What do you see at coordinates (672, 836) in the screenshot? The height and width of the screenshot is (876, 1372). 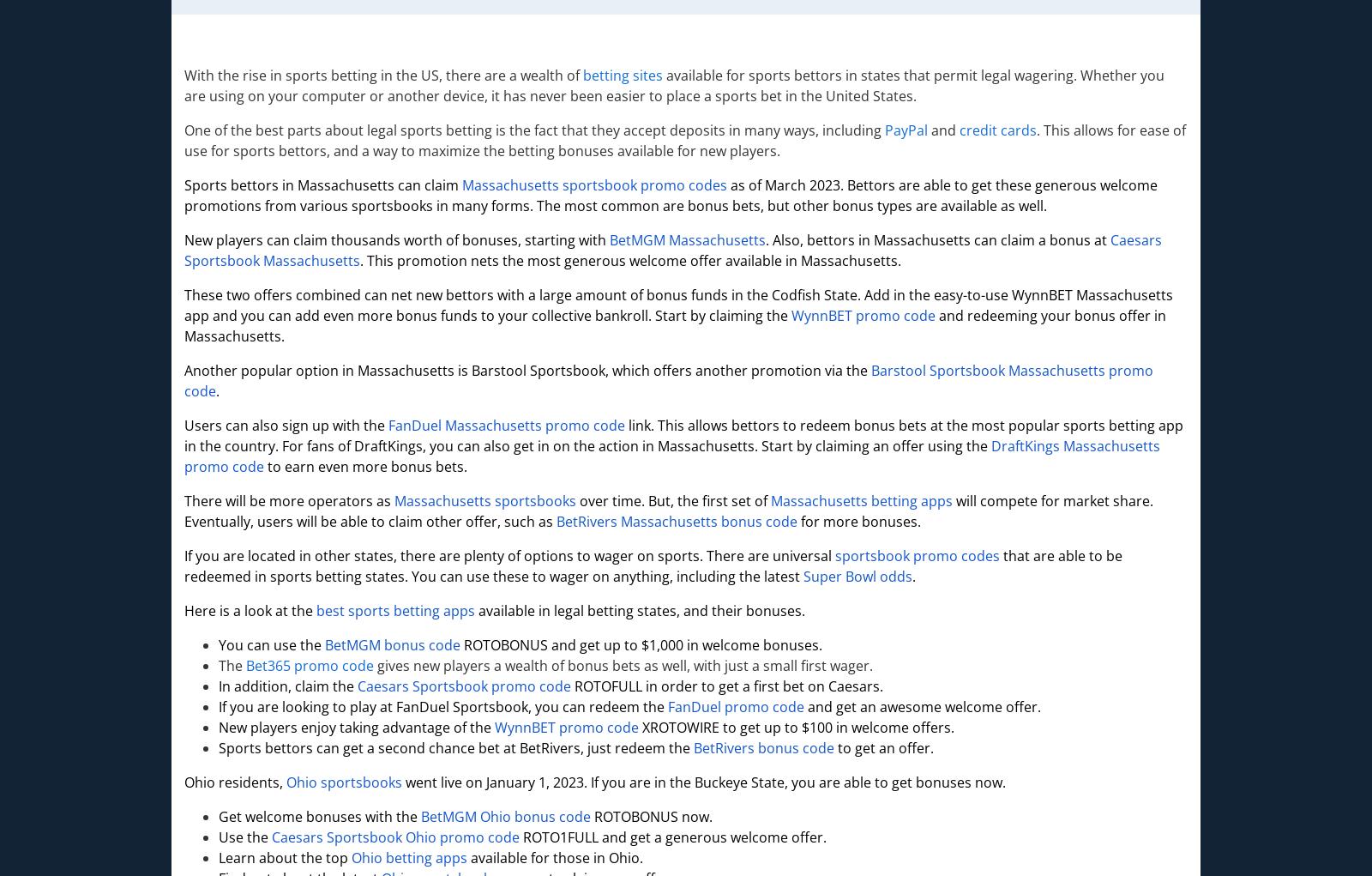 I see `'ROTO1FULL and get a generous welcome offer.'` at bounding box center [672, 836].